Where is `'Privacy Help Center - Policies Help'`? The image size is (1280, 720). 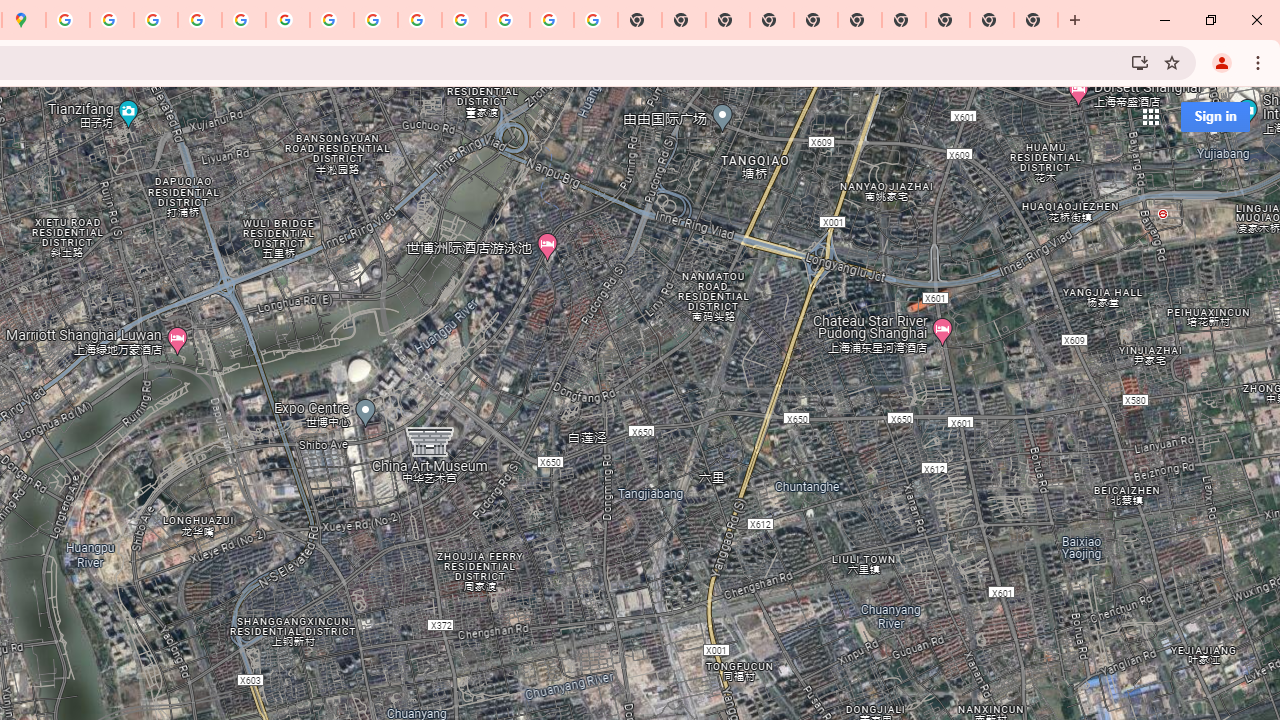
'Privacy Help Center - Policies Help' is located at coordinates (199, 20).